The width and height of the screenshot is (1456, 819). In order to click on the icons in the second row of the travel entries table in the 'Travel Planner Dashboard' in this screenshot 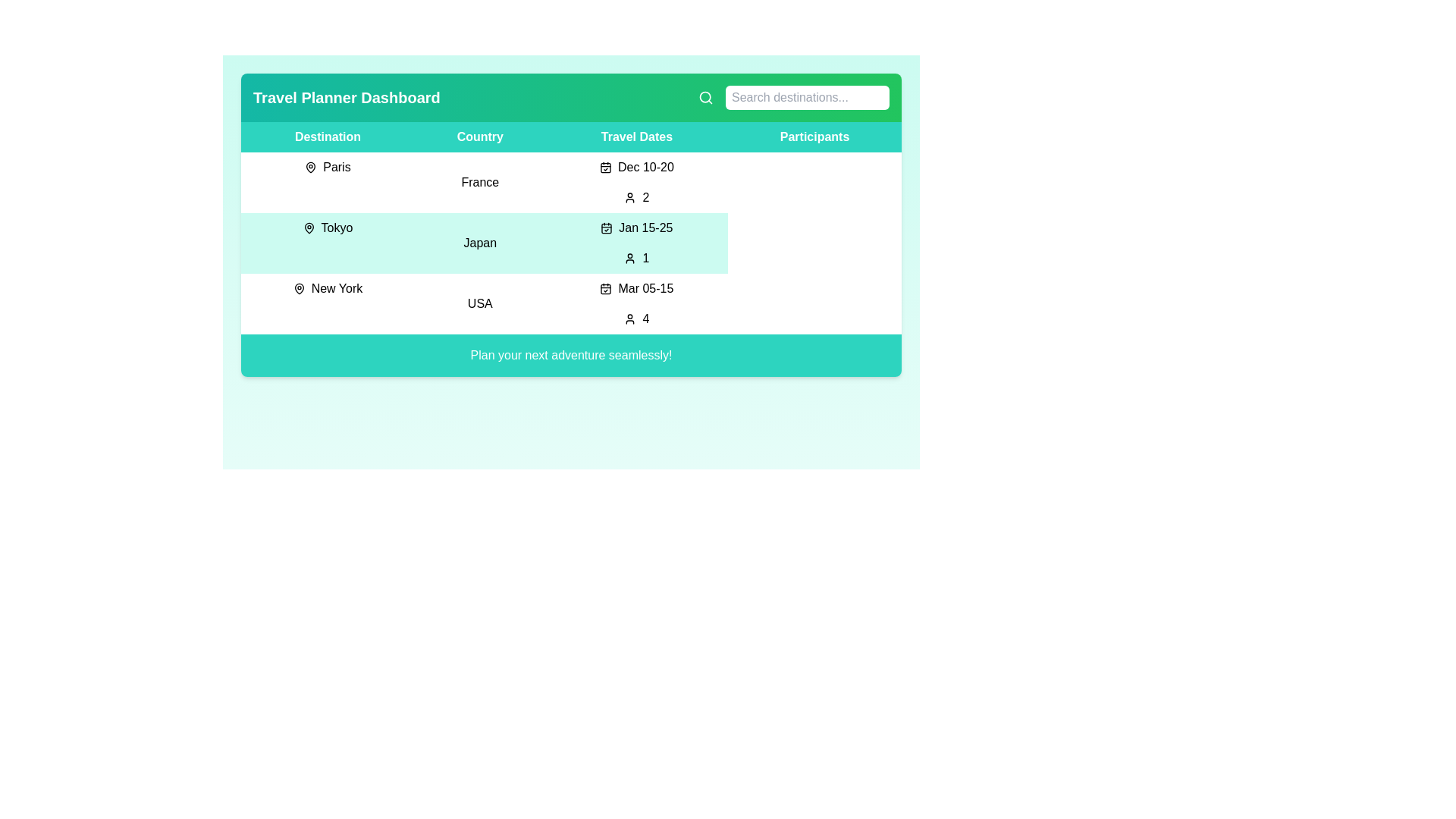, I will do `click(570, 242)`.